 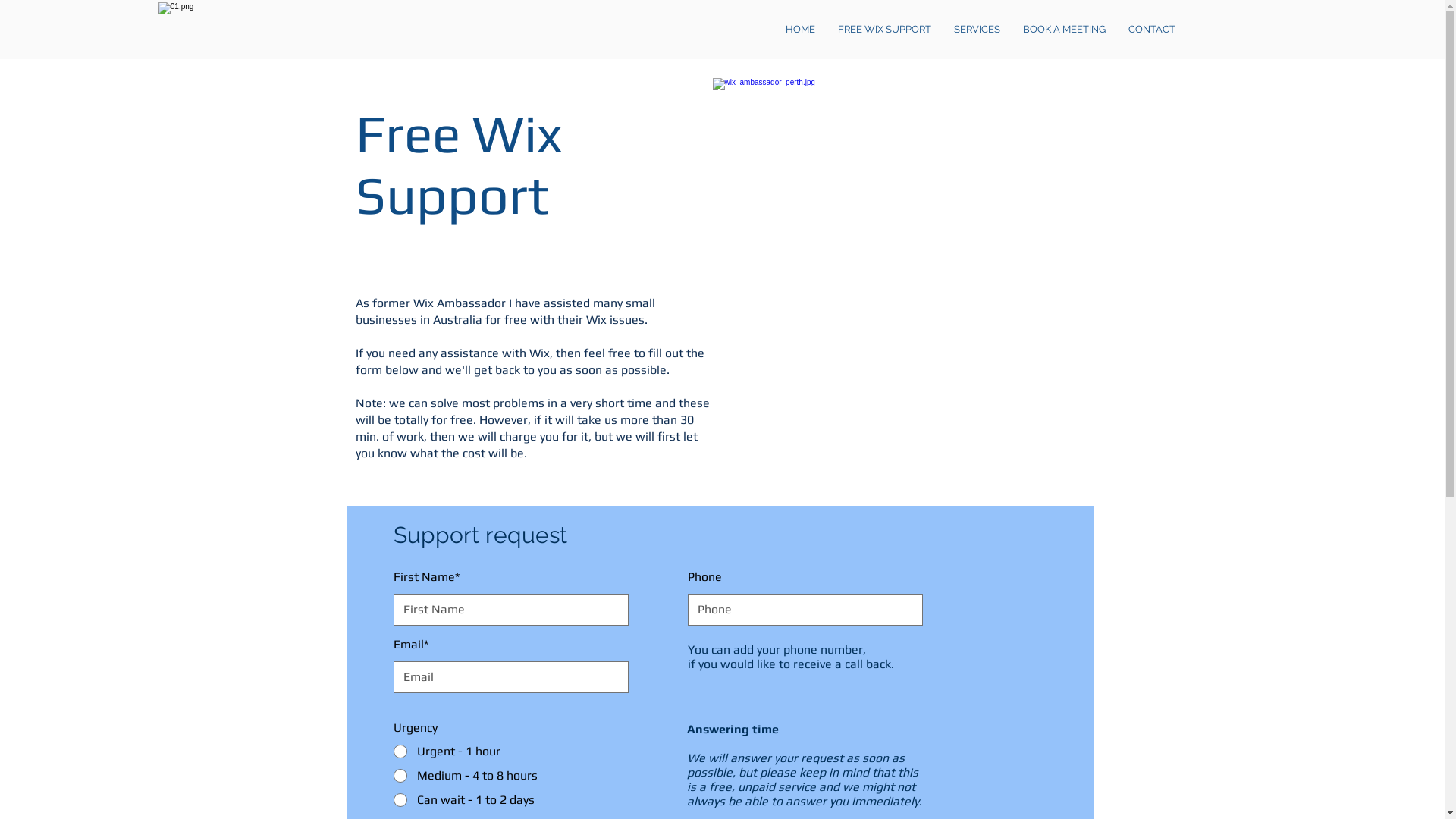 I want to click on 'FREE WIX SUPPORT', so click(x=884, y=29).